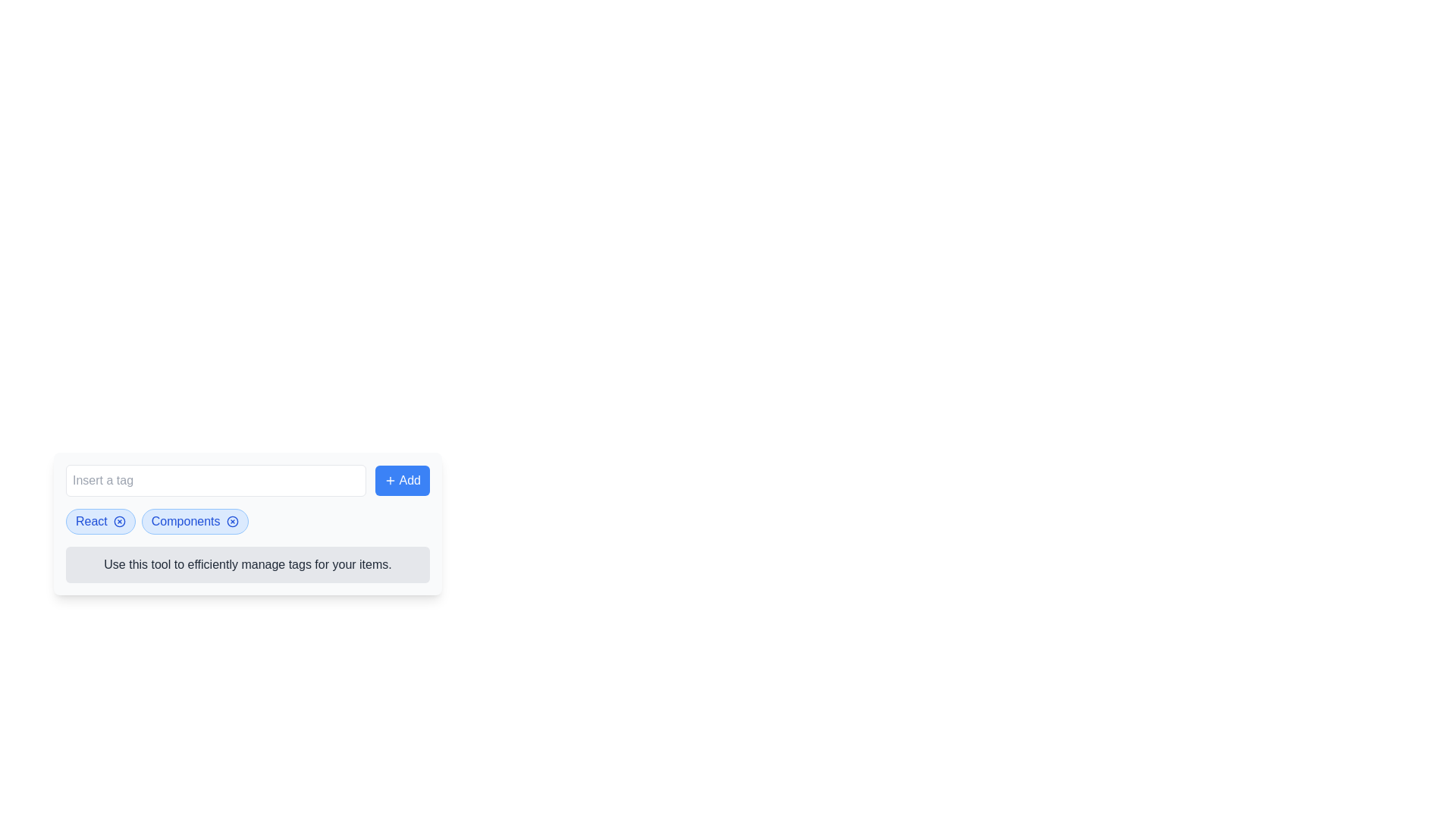 The width and height of the screenshot is (1456, 819). What do you see at coordinates (231, 520) in the screenshot?
I see `the interactive tag control icon associated with the 'Components' tag to change its styling` at bounding box center [231, 520].